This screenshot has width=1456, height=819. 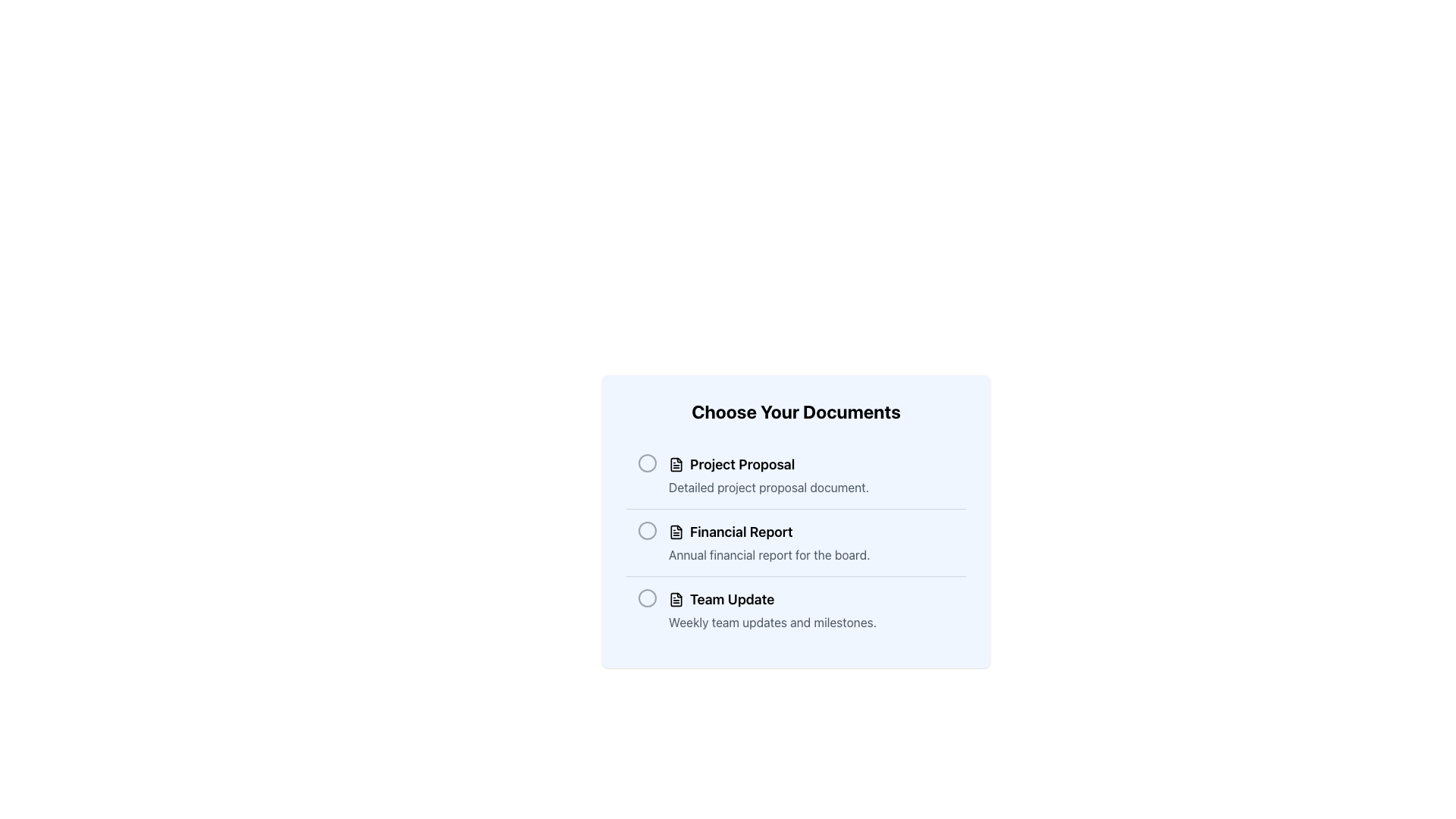 I want to click on the 'Financial Report' option item, which includes a bold title and a description, so click(x=769, y=542).